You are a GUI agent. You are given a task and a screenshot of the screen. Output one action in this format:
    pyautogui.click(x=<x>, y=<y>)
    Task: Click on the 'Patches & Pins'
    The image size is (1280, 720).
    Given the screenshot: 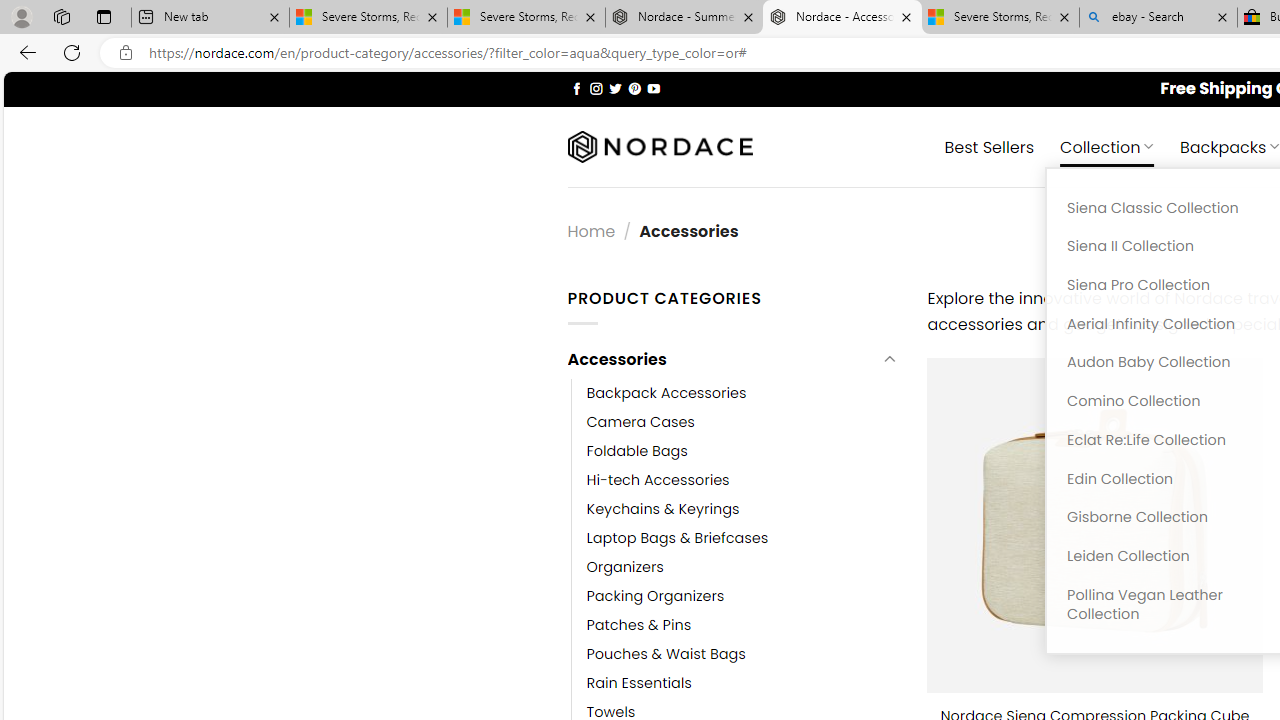 What is the action you would take?
    pyautogui.click(x=638, y=625)
    